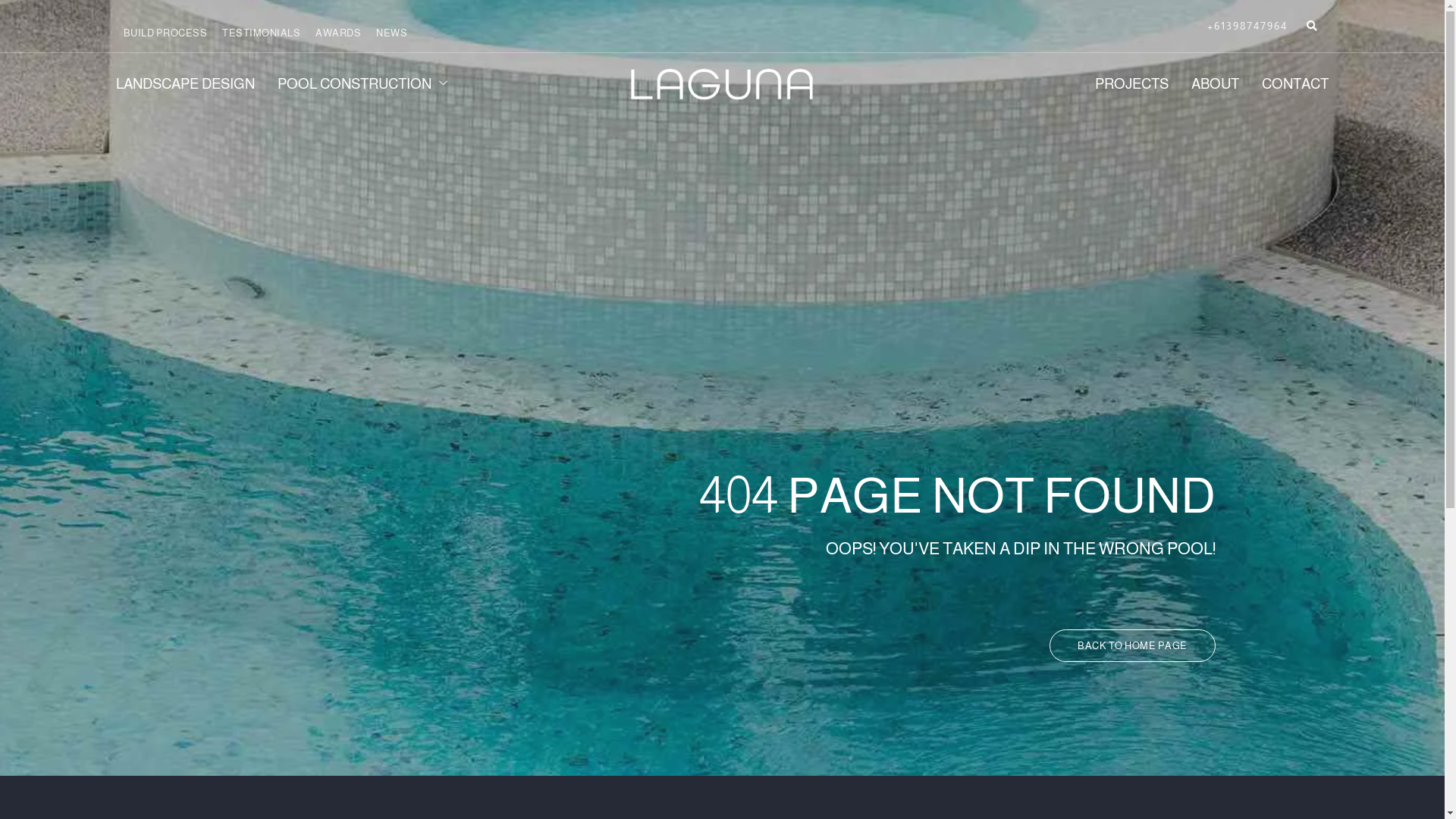 This screenshot has width=1456, height=819. Describe the element at coordinates (315, 33) in the screenshot. I see `'AWARDS'` at that location.